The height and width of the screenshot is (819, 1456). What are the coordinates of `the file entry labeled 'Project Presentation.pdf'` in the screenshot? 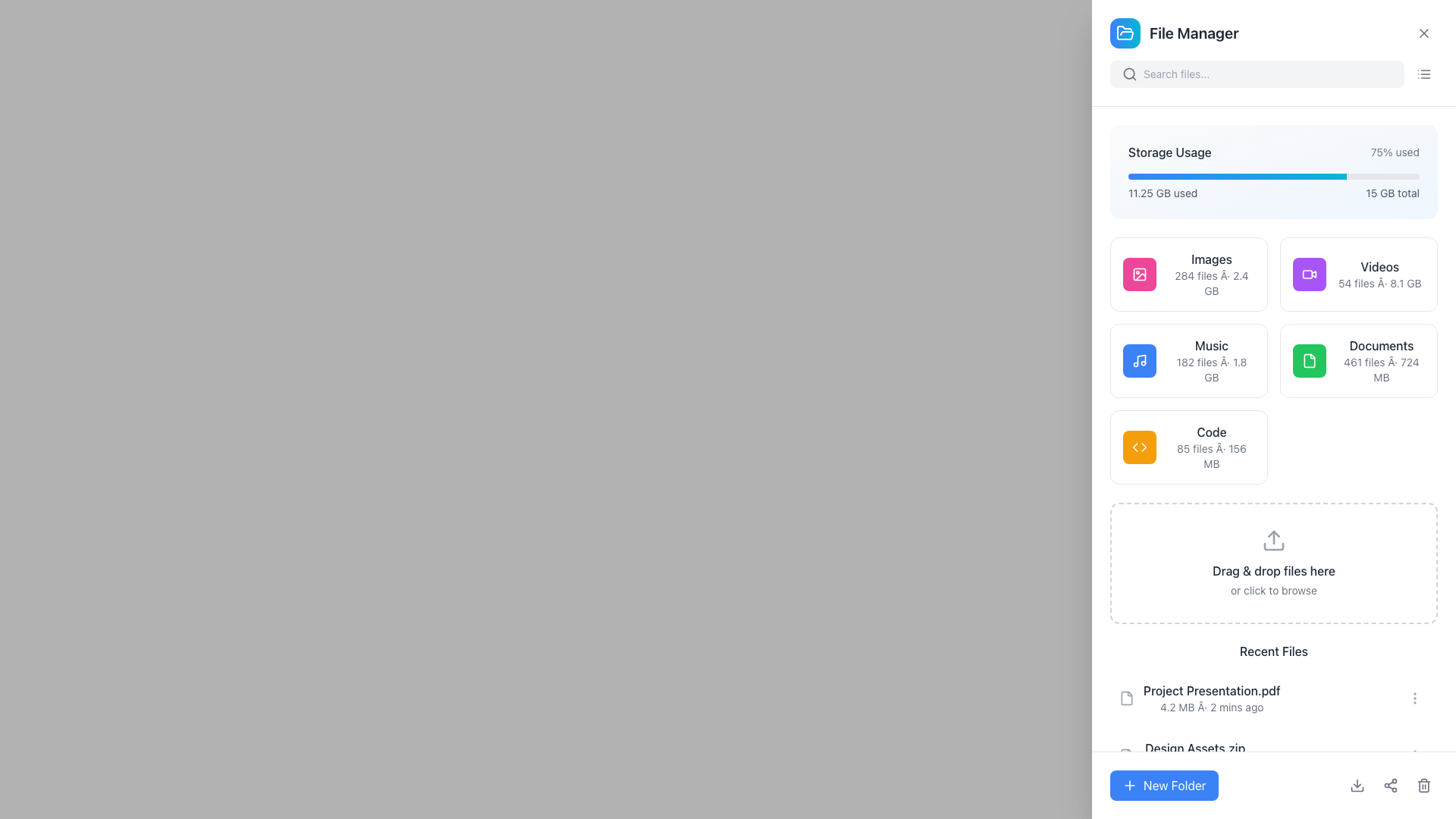 It's located at (1274, 698).